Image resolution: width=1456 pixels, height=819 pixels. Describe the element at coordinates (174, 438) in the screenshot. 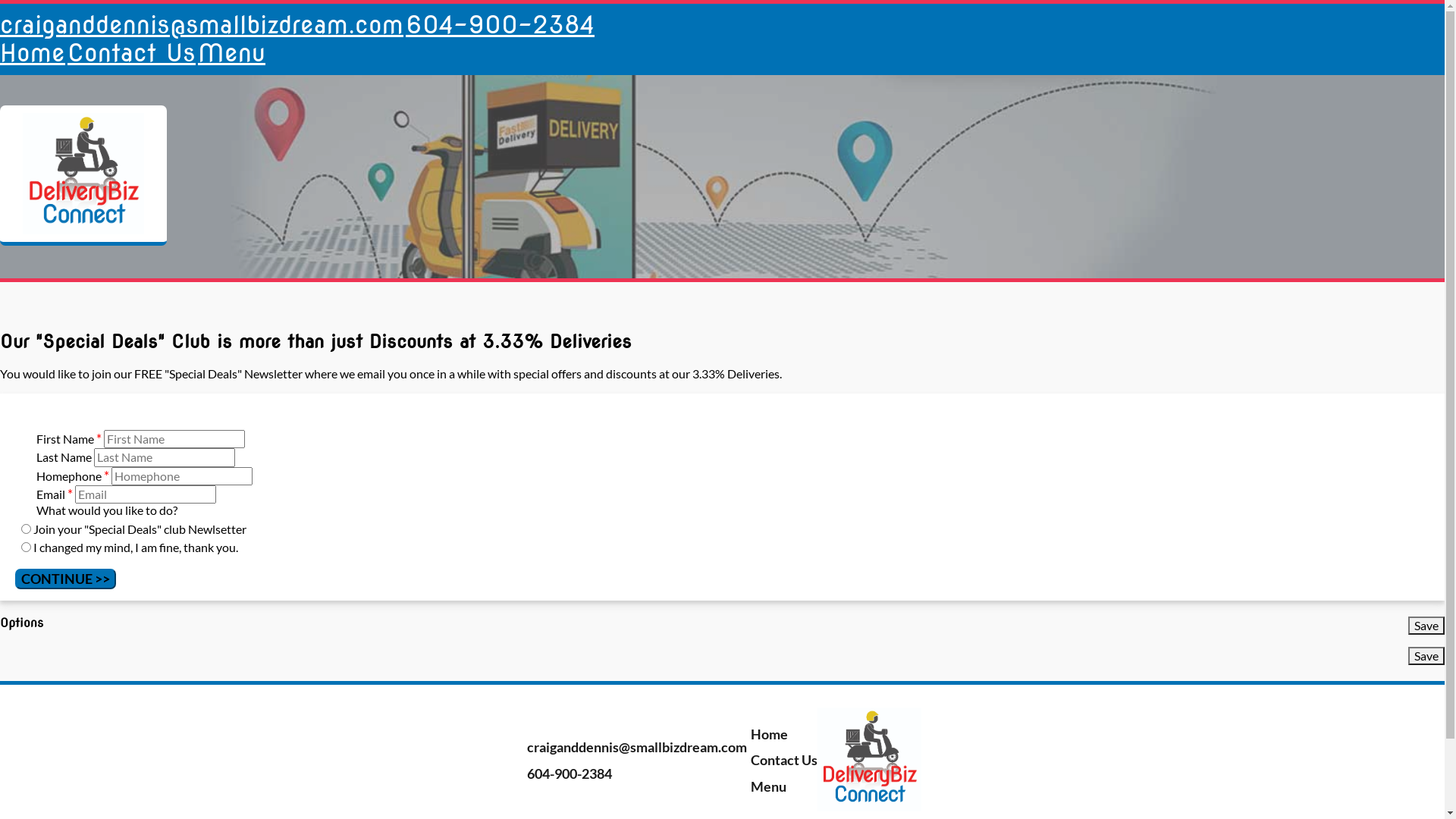

I see `'This field cannot be blank.'` at that location.